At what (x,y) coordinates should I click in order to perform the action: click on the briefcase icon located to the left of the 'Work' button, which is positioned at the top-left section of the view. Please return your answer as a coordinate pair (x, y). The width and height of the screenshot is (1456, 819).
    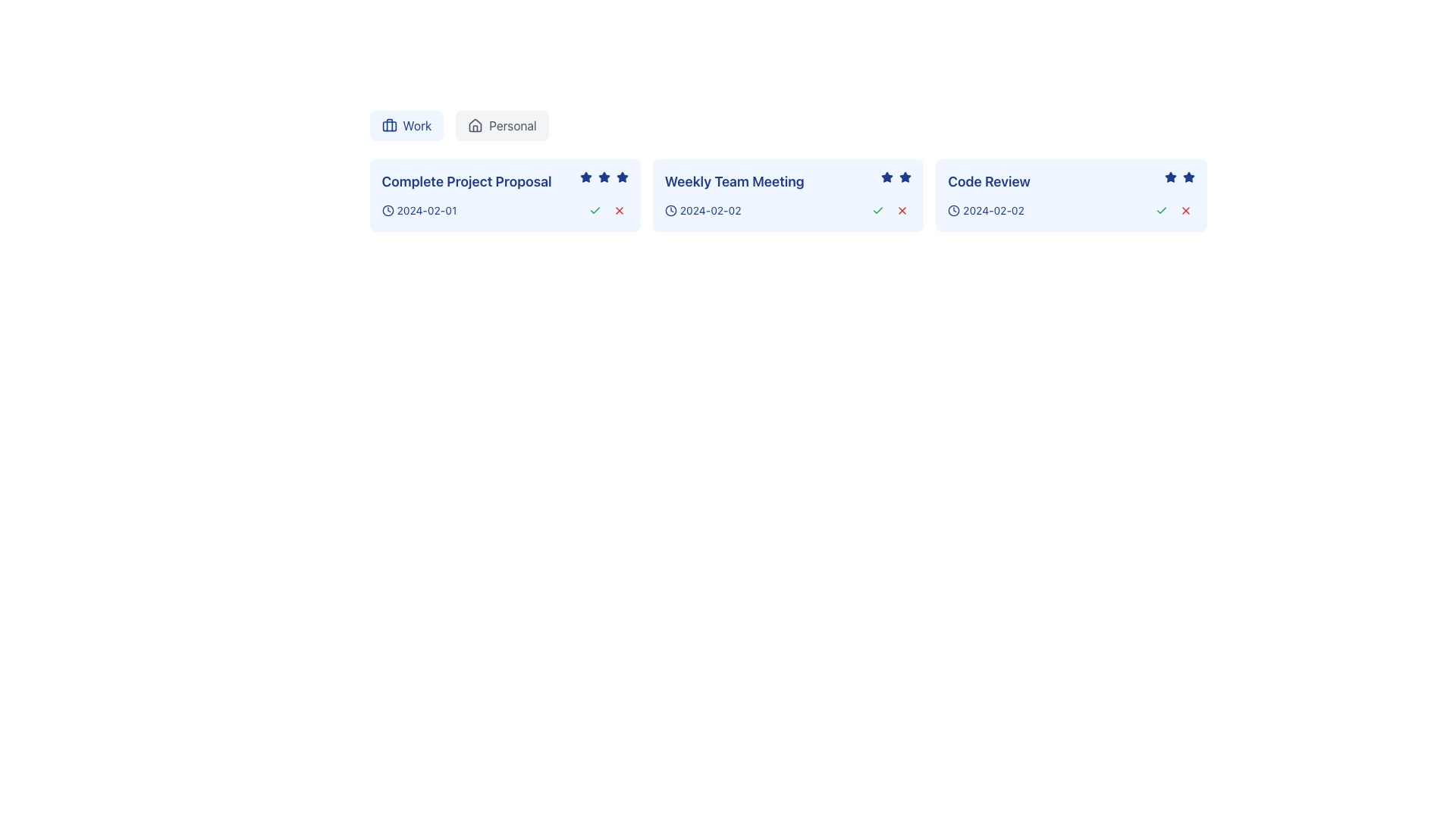
    Looking at the image, I should click on (389, 124).